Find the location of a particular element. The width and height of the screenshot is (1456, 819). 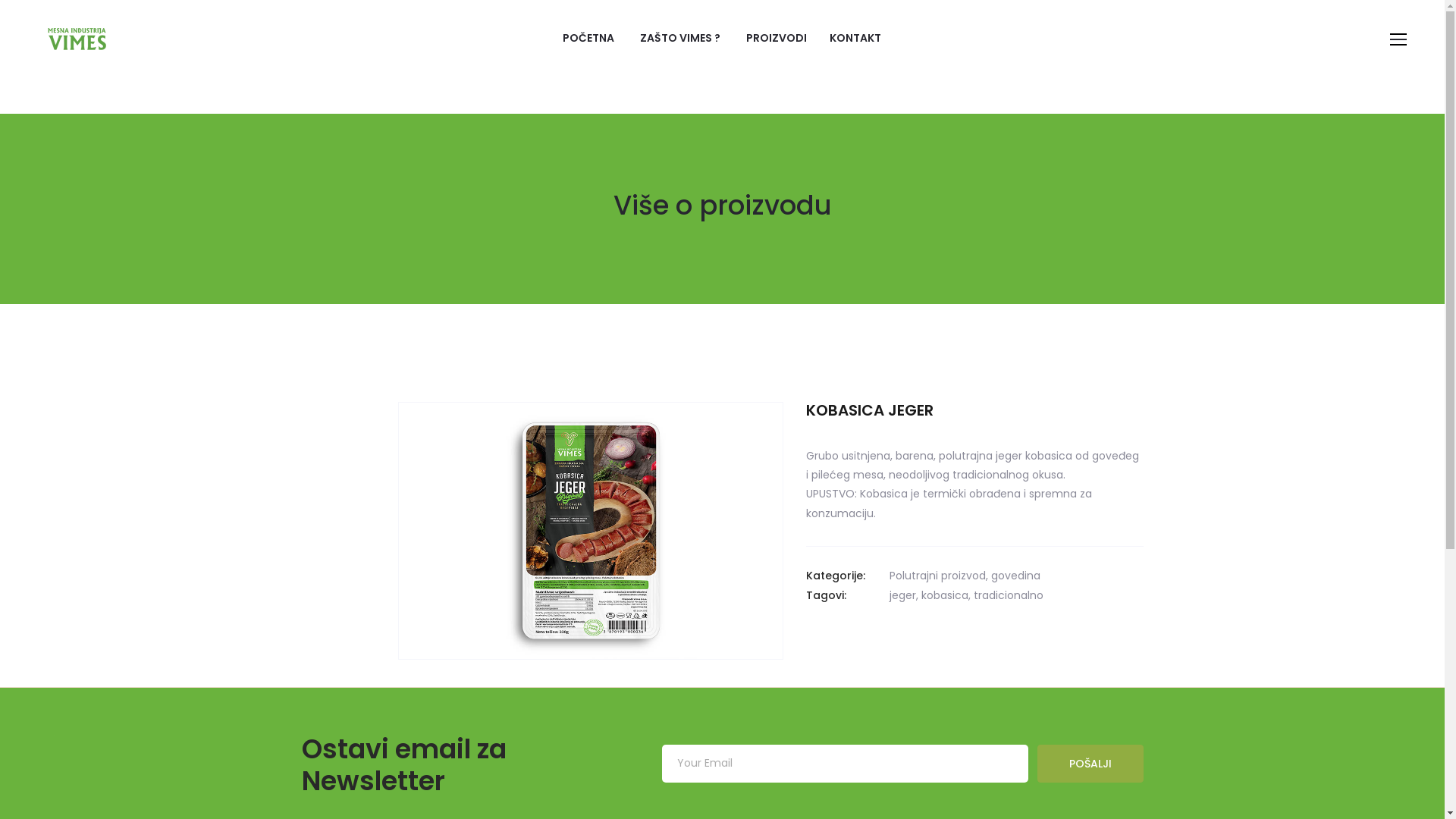

'tradicionalno' is located at coordinates (973, 595).